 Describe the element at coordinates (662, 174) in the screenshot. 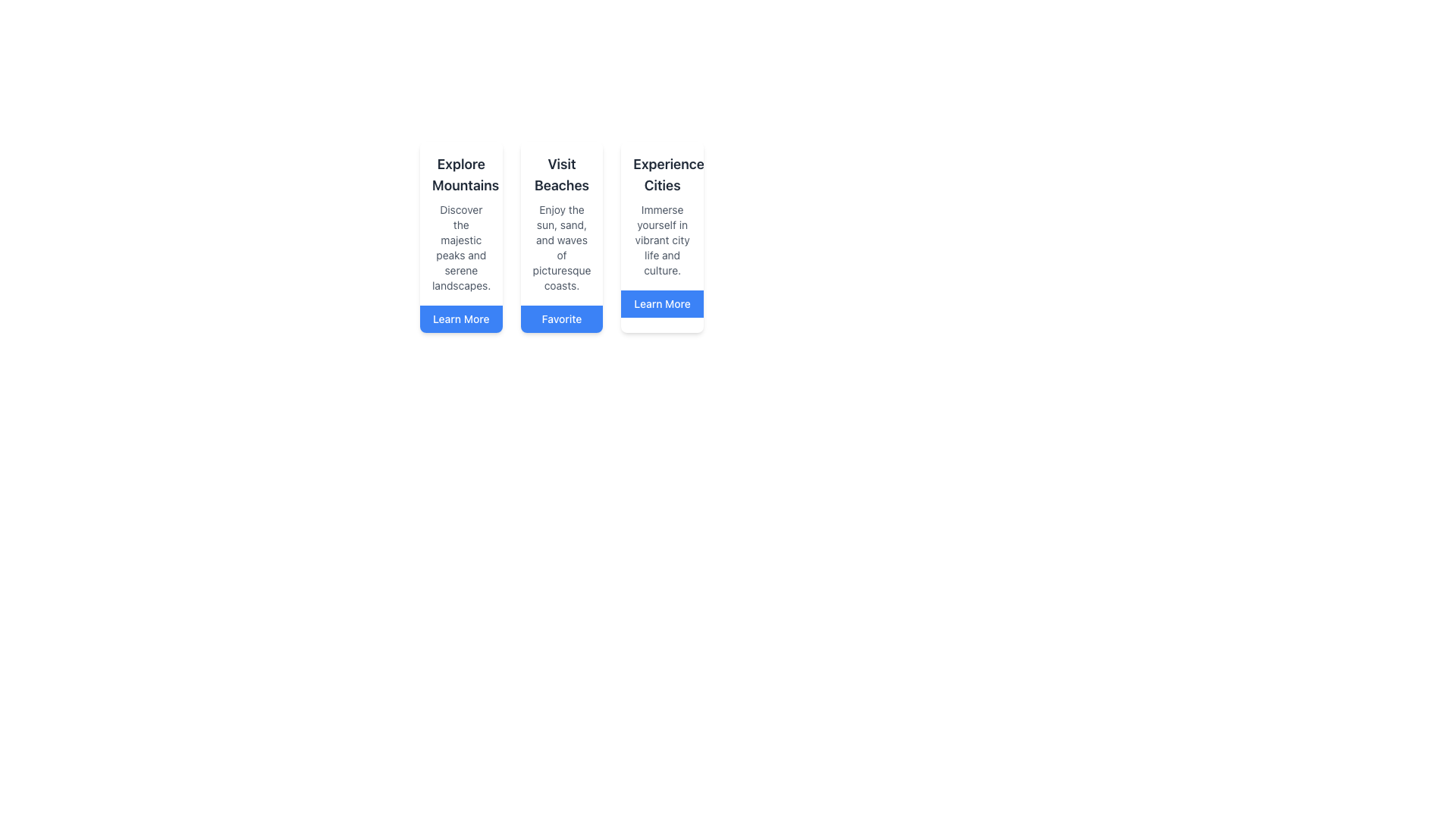

I see `the title text of the card that summarizes experiences in cities, located at the top of the card in the third column from the left` at that location.